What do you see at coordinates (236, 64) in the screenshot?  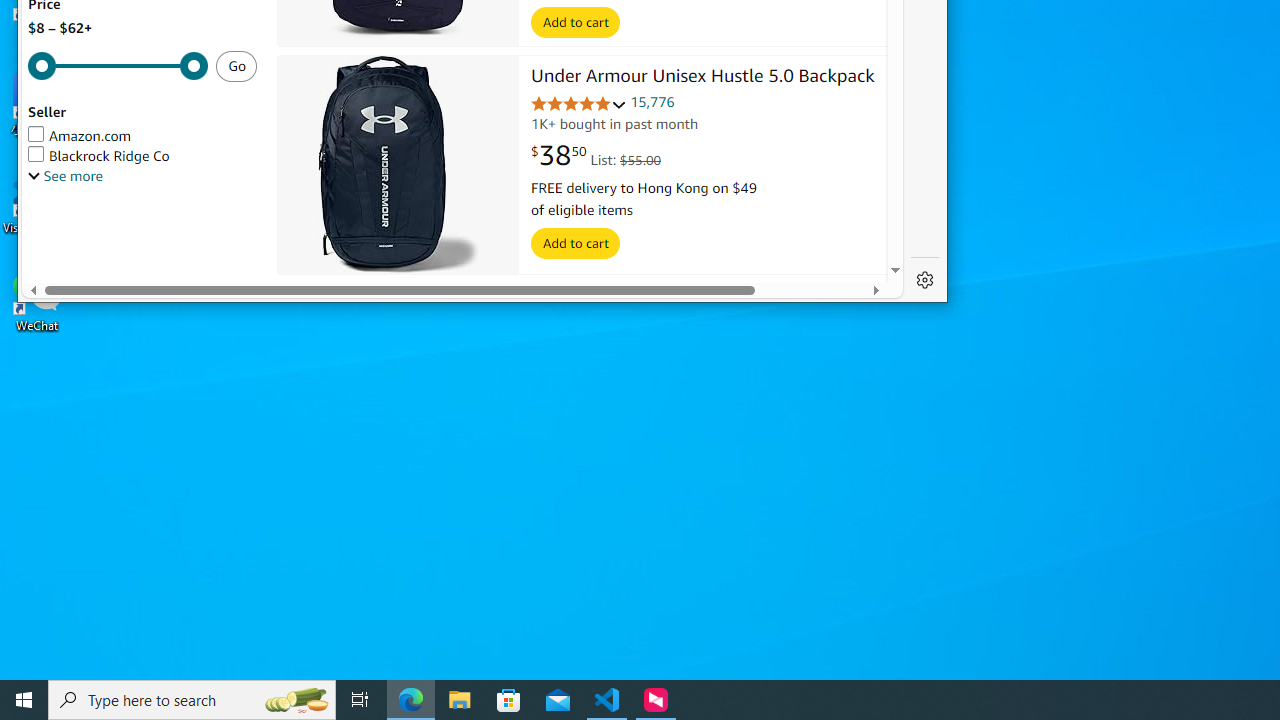 I see `'Go - Submit price range'` at bounding box center [236, 64].